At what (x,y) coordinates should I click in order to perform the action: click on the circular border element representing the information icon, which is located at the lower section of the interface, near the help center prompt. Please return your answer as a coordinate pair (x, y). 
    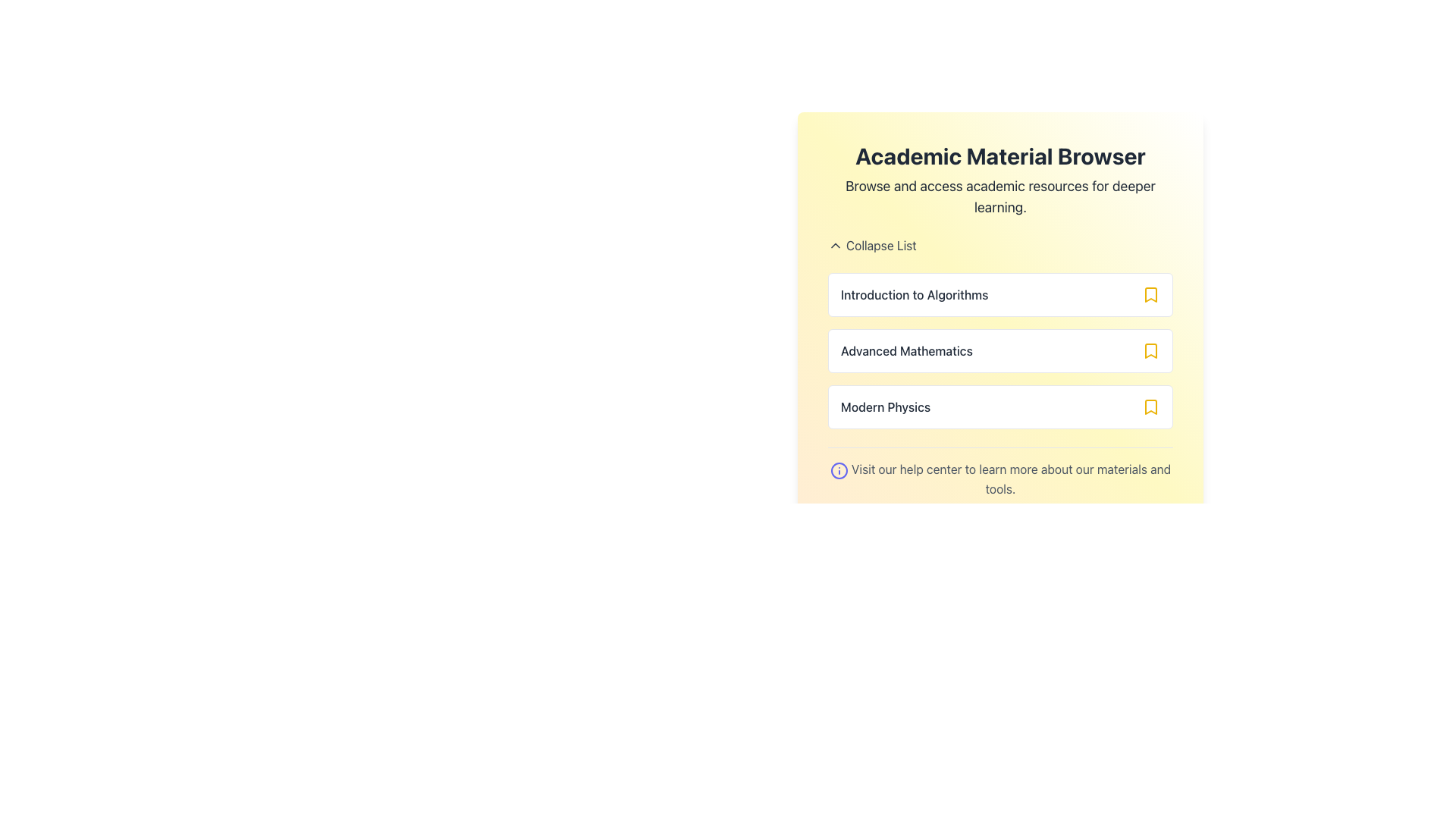
    Looking at the image, I should click on (838, 469).